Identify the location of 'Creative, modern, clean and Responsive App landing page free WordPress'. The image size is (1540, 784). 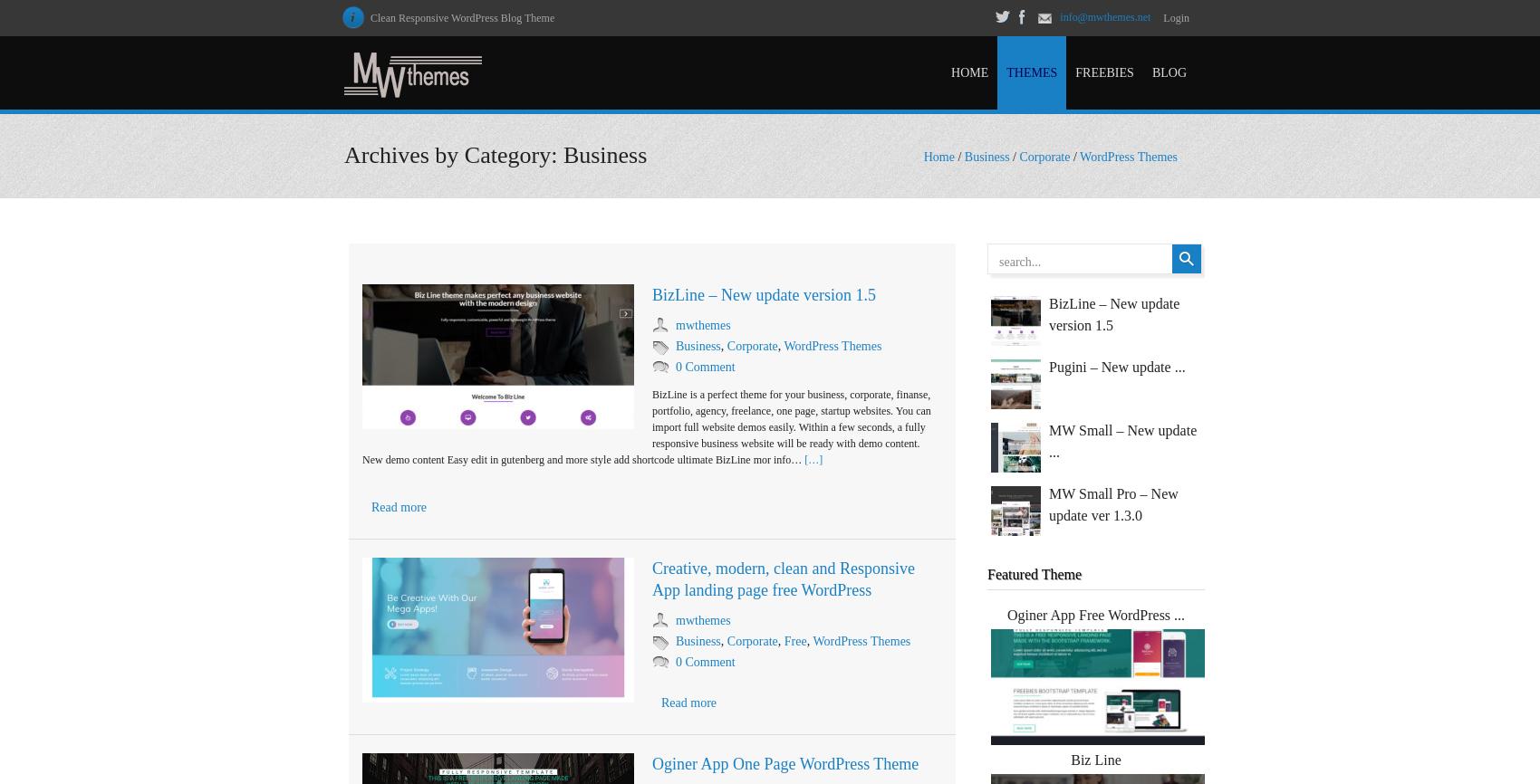
(651, 578).